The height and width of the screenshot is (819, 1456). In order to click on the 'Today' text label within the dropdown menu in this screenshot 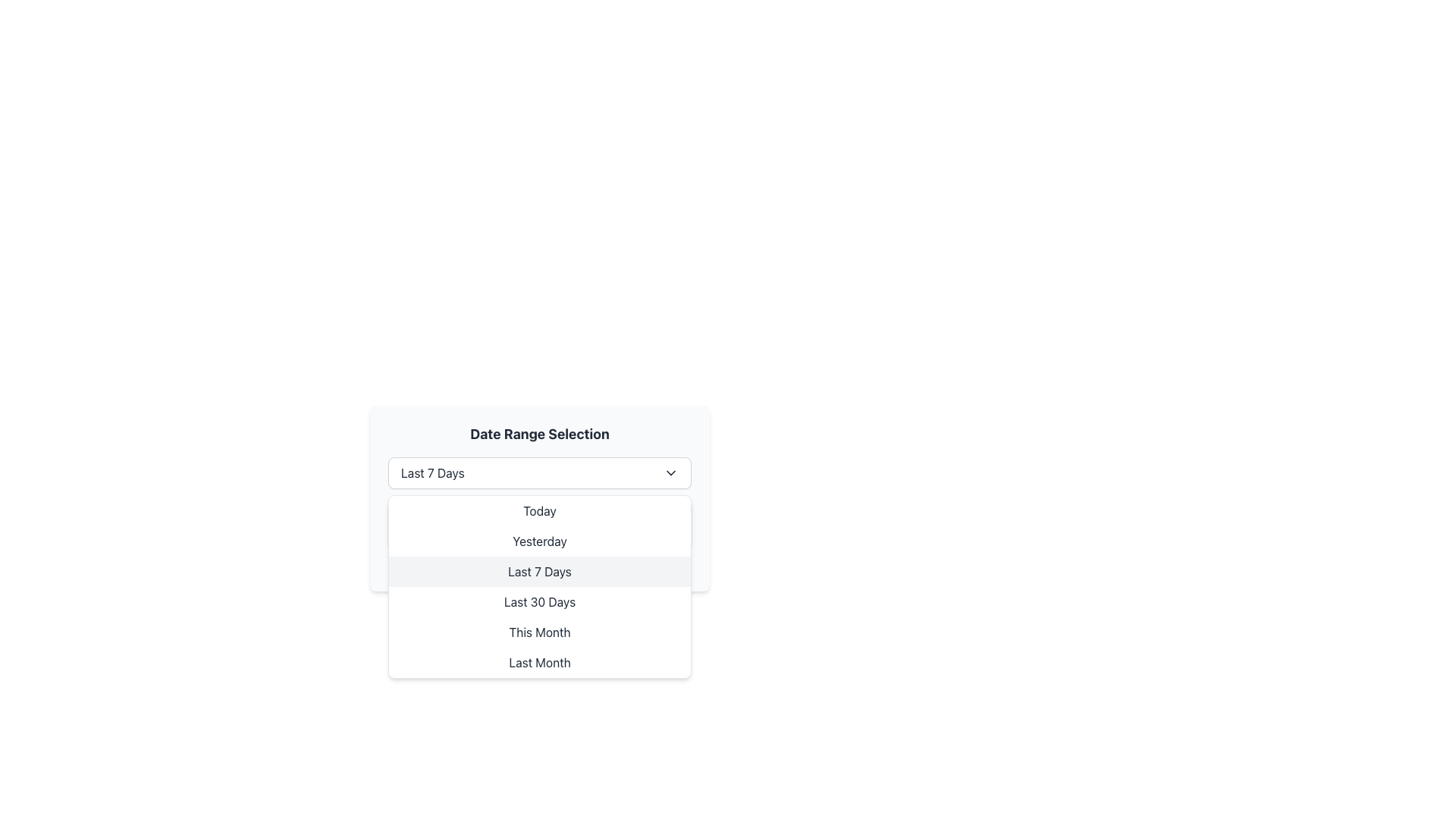, I will do `click(539, 511)`.